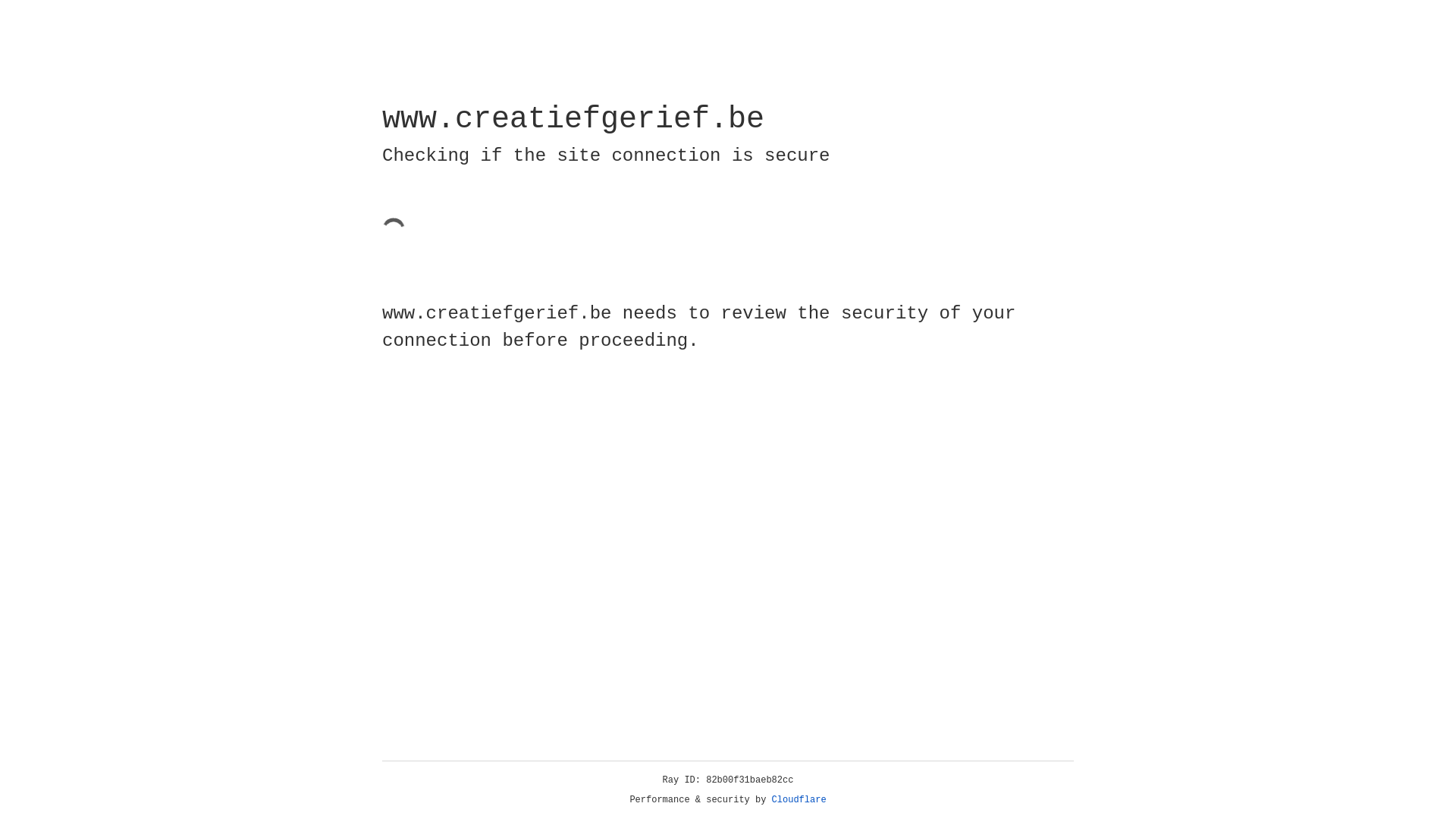 Image resolution: width=1456 pixels, height=819 pixels. What do you see at coordinates (799, 799) in the screenshot?
I see `'Cloudflare'` at bounding box center [799, 799].